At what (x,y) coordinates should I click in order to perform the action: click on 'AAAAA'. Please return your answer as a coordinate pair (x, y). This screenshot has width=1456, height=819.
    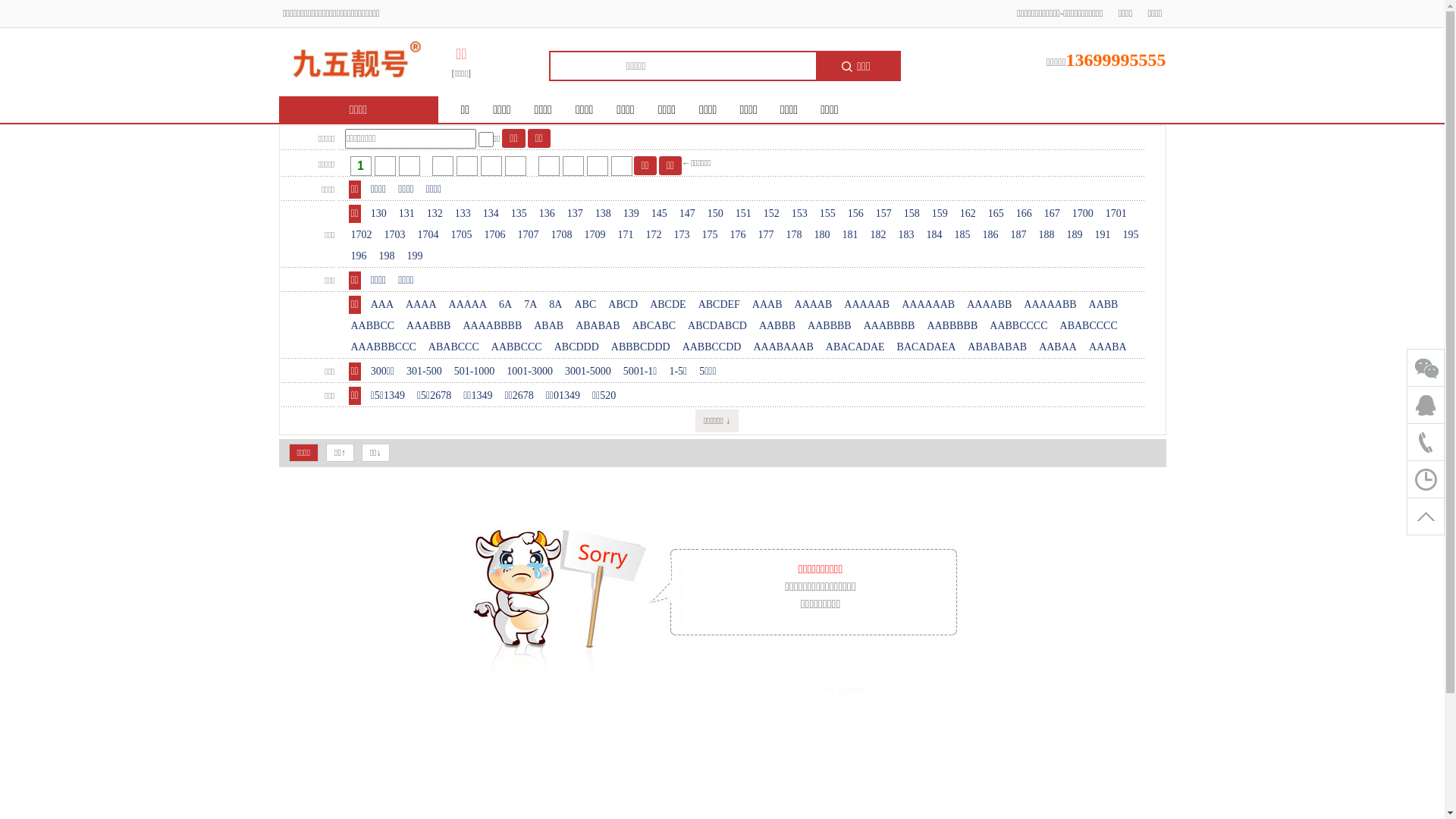
    Looking at the image, I should click on (467, 304).